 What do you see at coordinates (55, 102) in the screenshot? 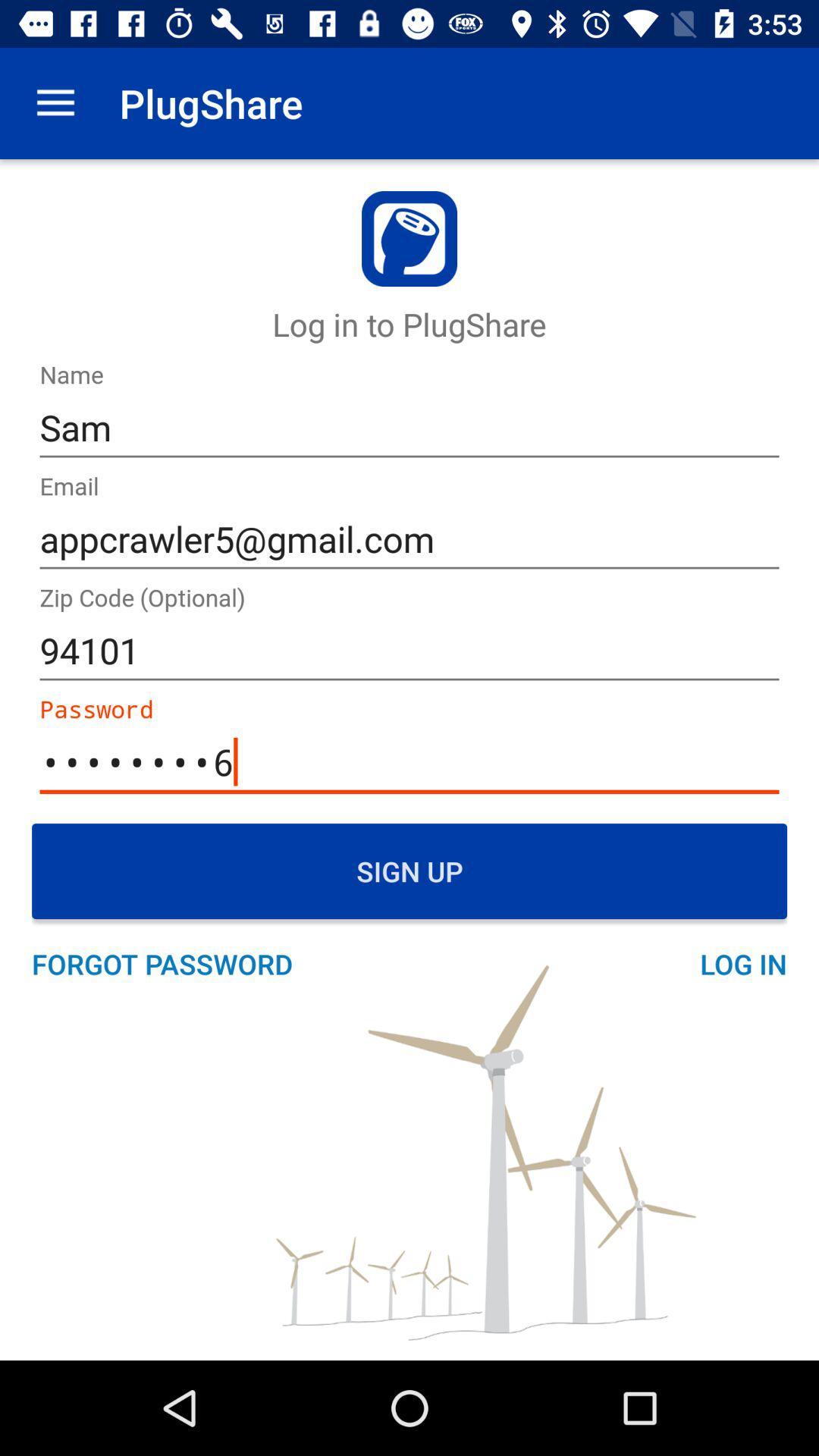
I see `the icon above the log in to item` at bounding box center [55, 102].